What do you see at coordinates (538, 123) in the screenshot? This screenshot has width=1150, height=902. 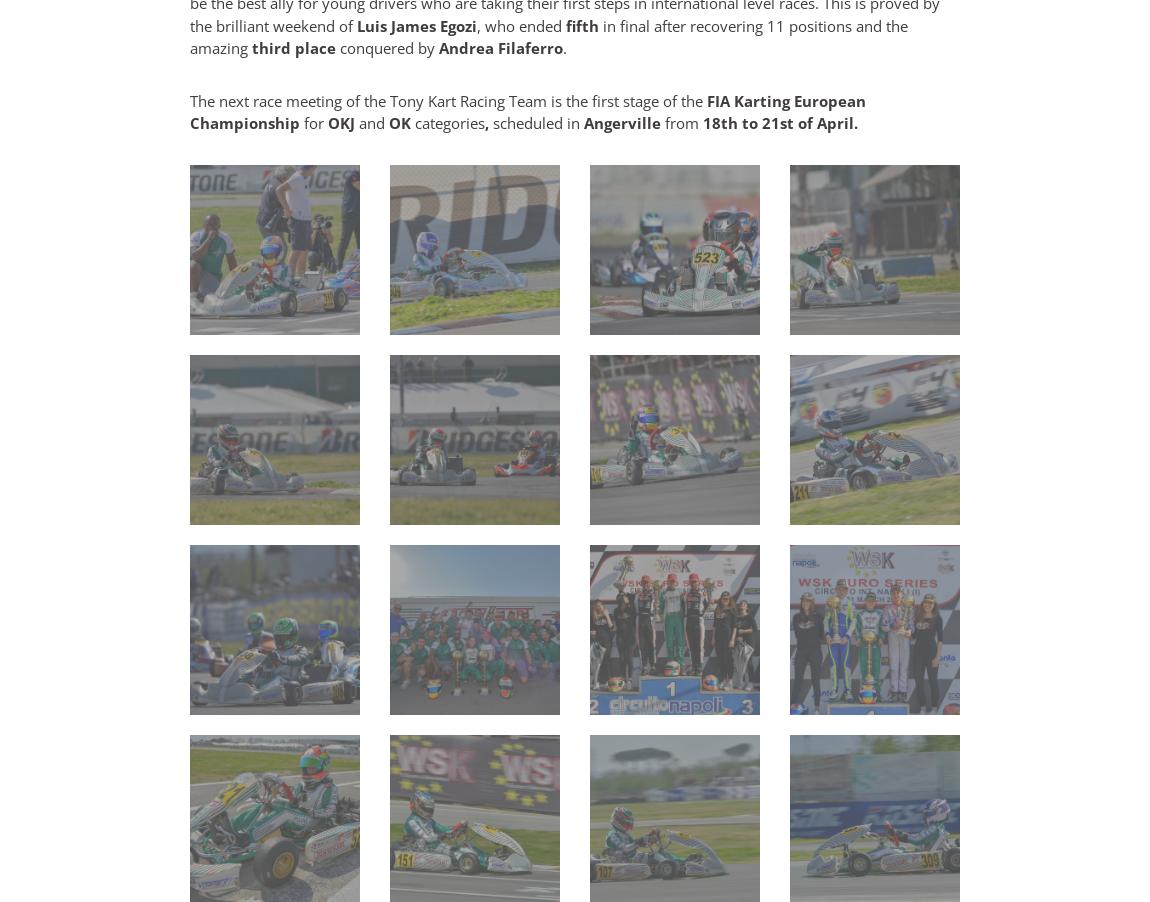 I see `'scheduled in'` at bounding box center [538, 123].